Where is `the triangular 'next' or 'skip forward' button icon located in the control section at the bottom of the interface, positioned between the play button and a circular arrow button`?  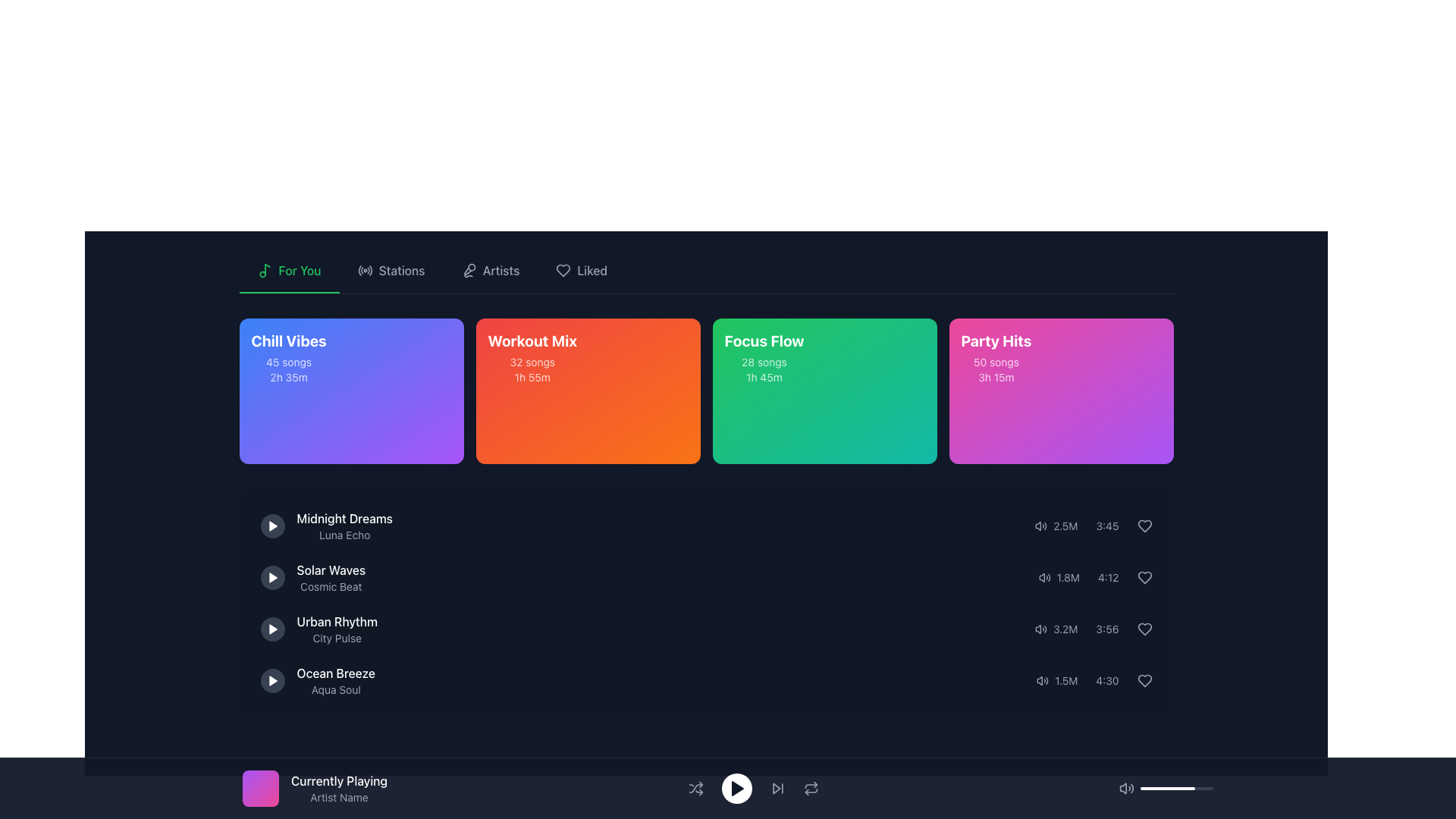
the triangular 'next' or 'skip forward' button icon located in the control section at the bottom of the interface, positioned between the play button and a circular arrow button is located at coordinates (776, 788).